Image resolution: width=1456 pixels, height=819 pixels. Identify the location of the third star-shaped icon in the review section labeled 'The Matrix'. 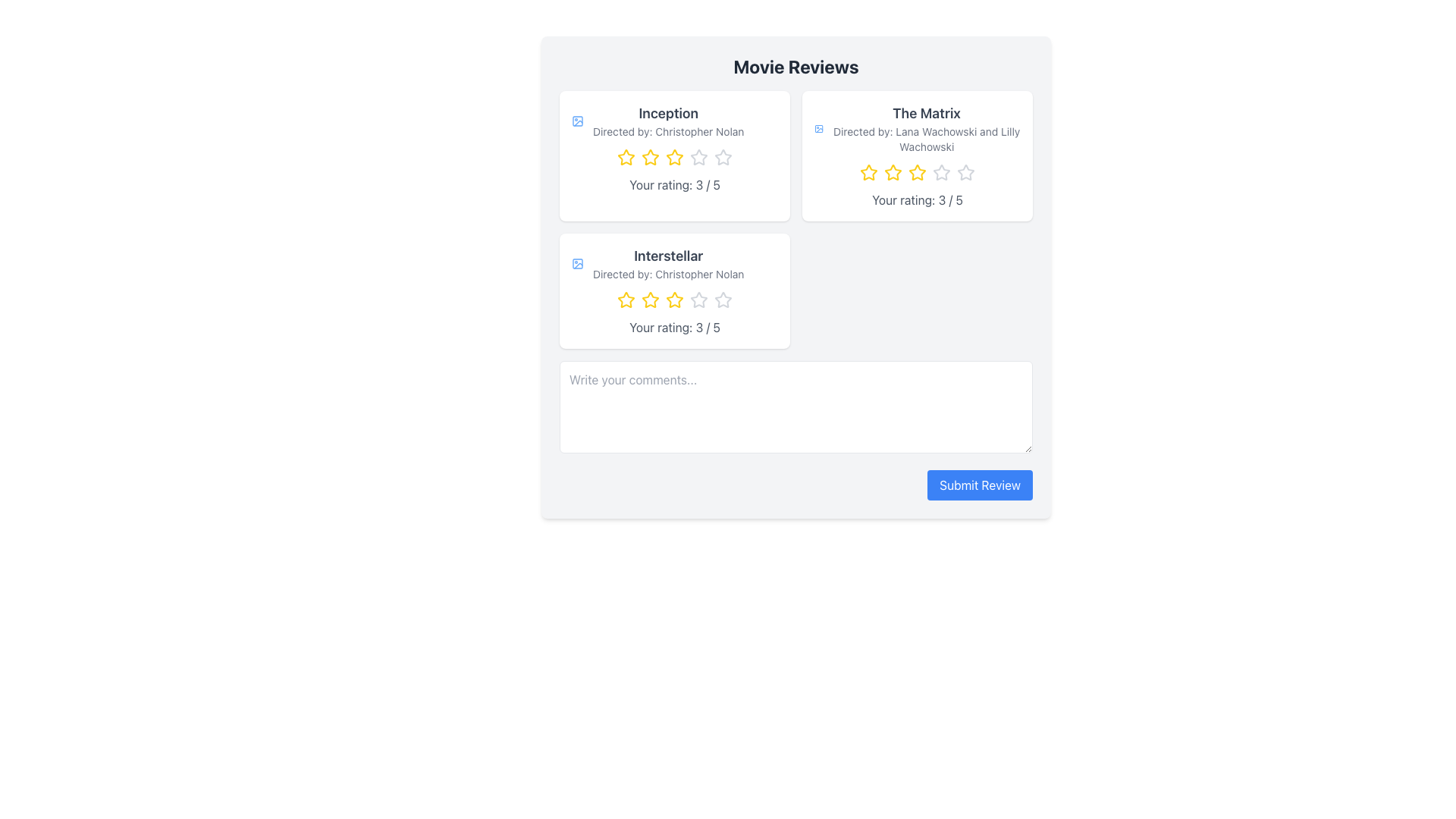
(941, 171).